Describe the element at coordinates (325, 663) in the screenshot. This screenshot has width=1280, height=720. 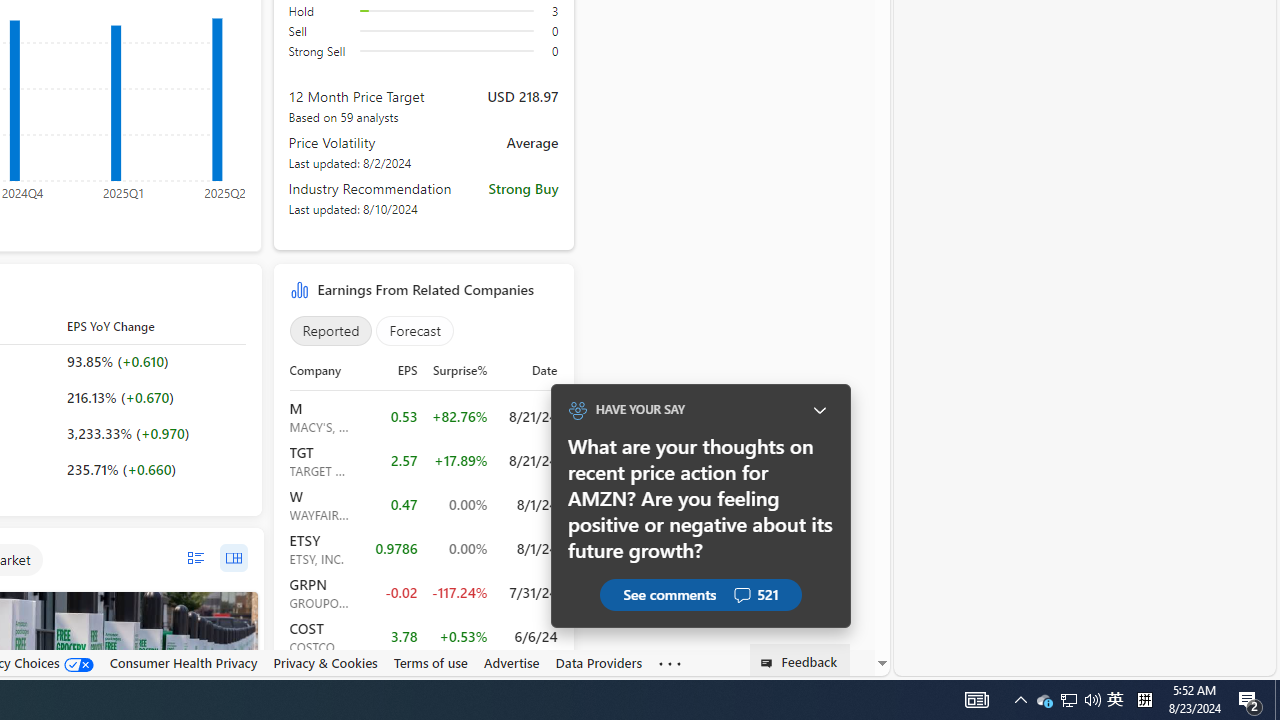
I see `'Privacy & Cookies'` at that location.